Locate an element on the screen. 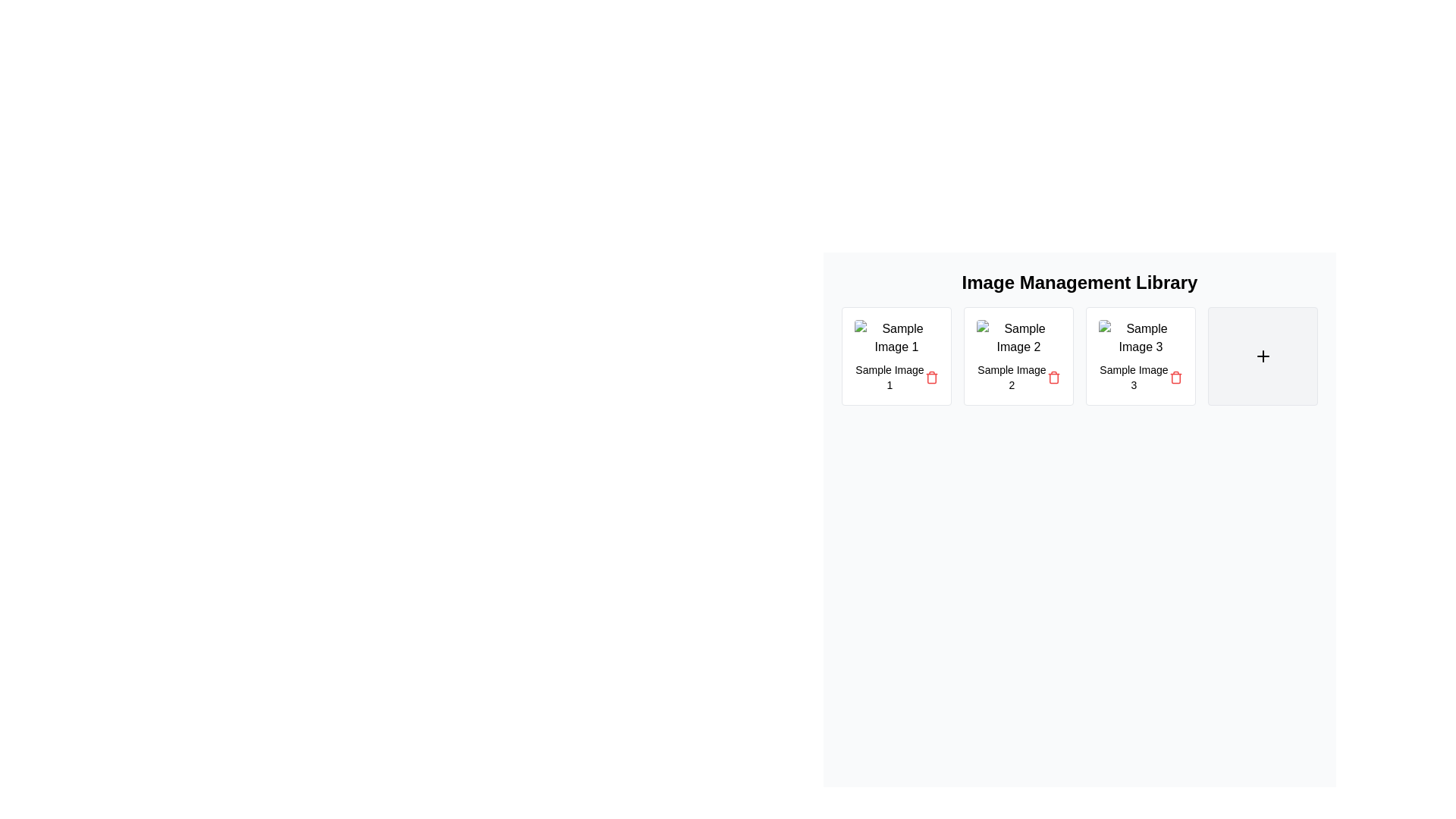 This screenshot has width=1456, height=819. the delete button located at the bottom-right of the 'Sample Image 2' card is located at coordinates (1053, 376).